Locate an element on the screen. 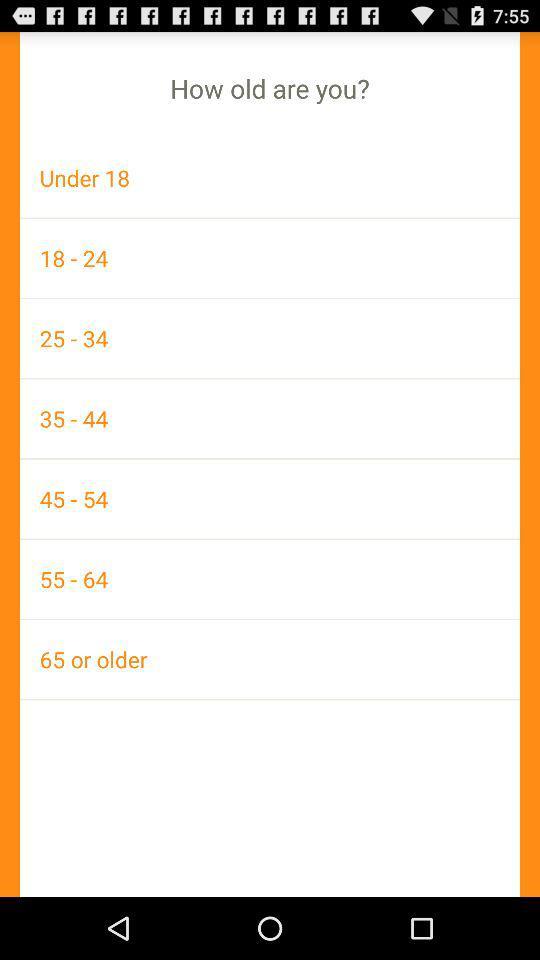  the 45 - 54 is located at coordinates (270, 498).